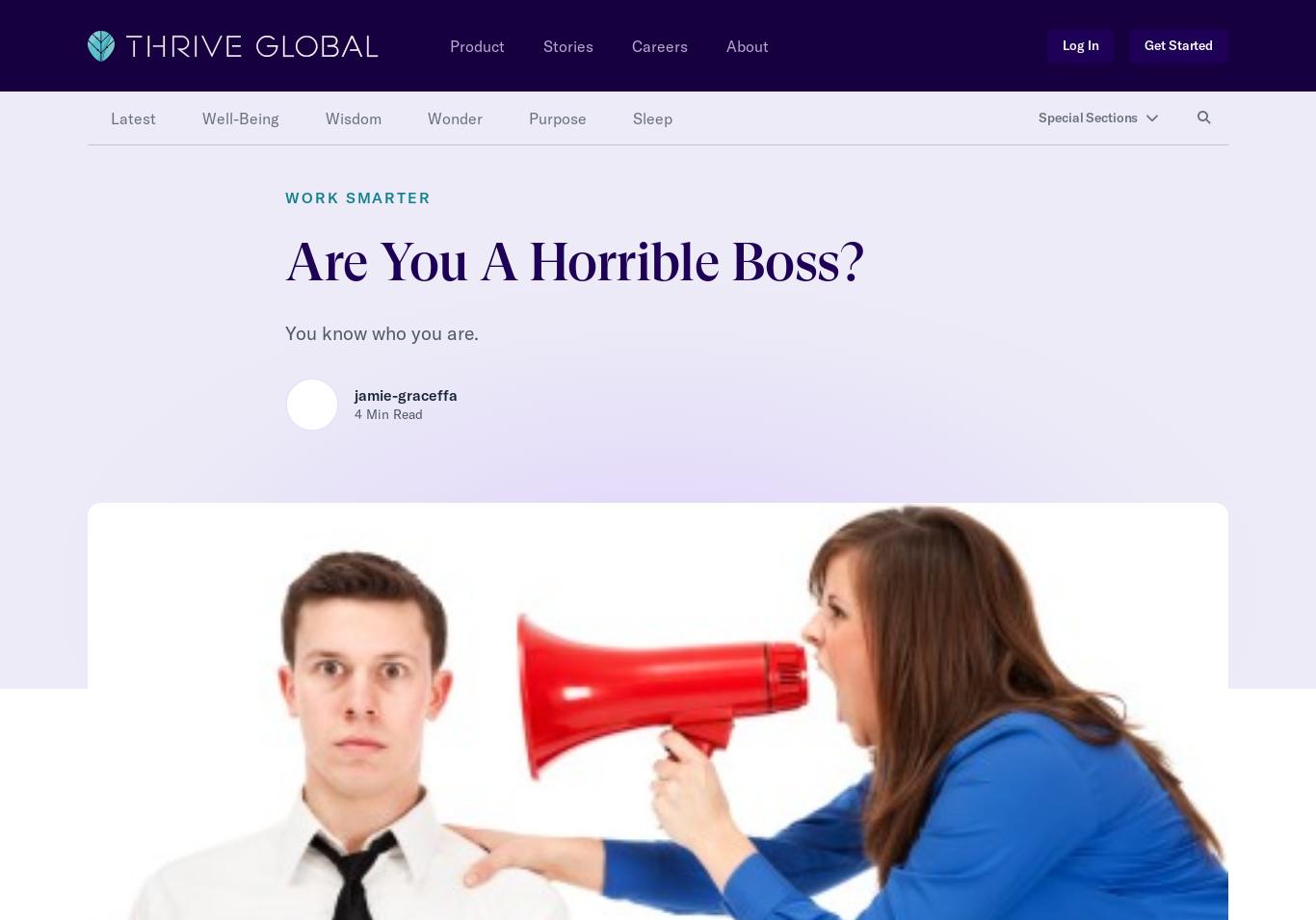  I want to click on '· If your company offers an employee engagement survey, fill it out honestly. Hopefully the data is reviewed and some corrective action taken.', so click(623, 129).